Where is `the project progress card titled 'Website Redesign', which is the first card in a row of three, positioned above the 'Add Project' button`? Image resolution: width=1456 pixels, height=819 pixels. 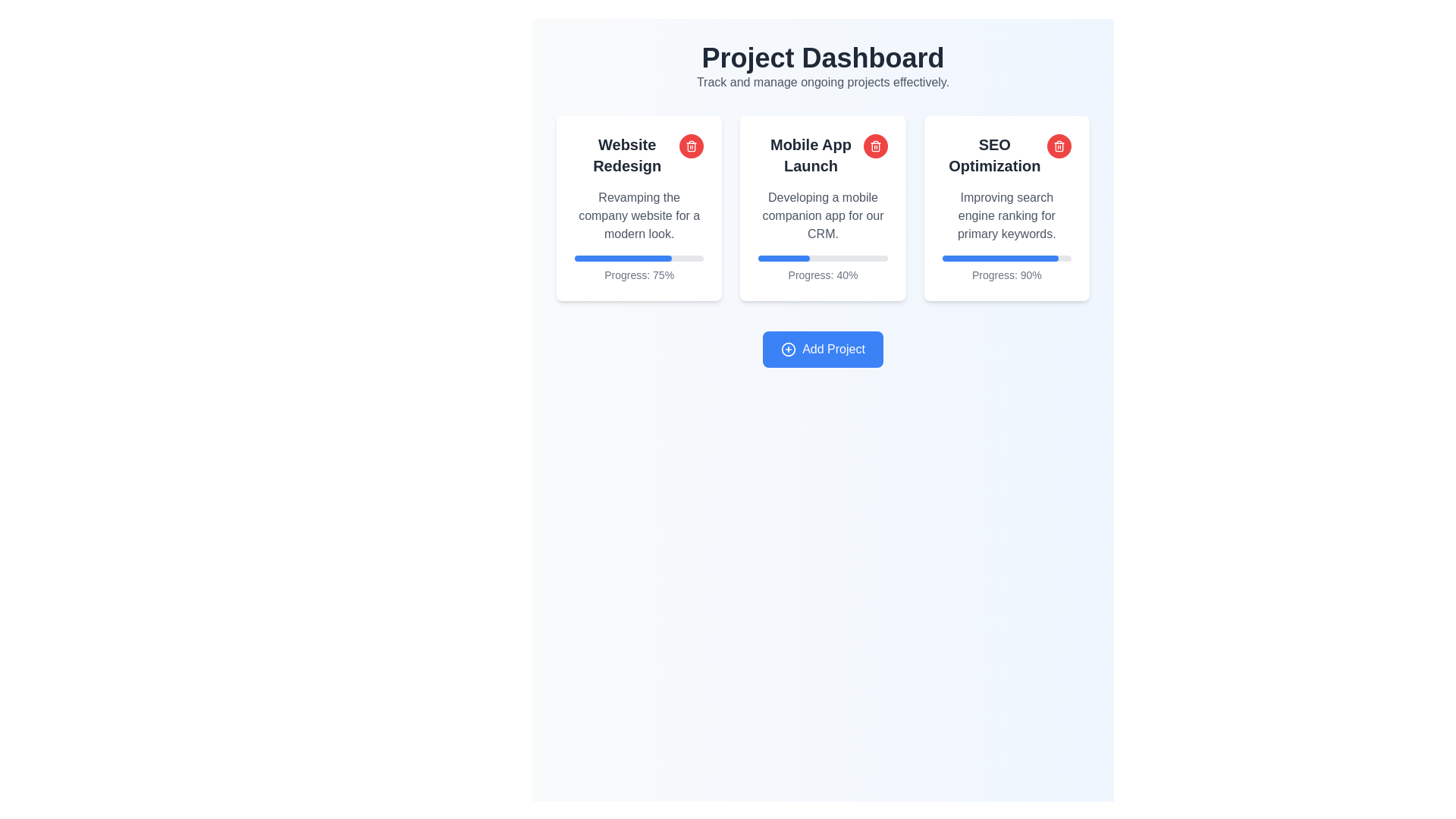
the project progress card titled 'Website Redesign', which is the first card in a row of three, positioned above the 'Add Project' button is located at coordinates (639, 208).